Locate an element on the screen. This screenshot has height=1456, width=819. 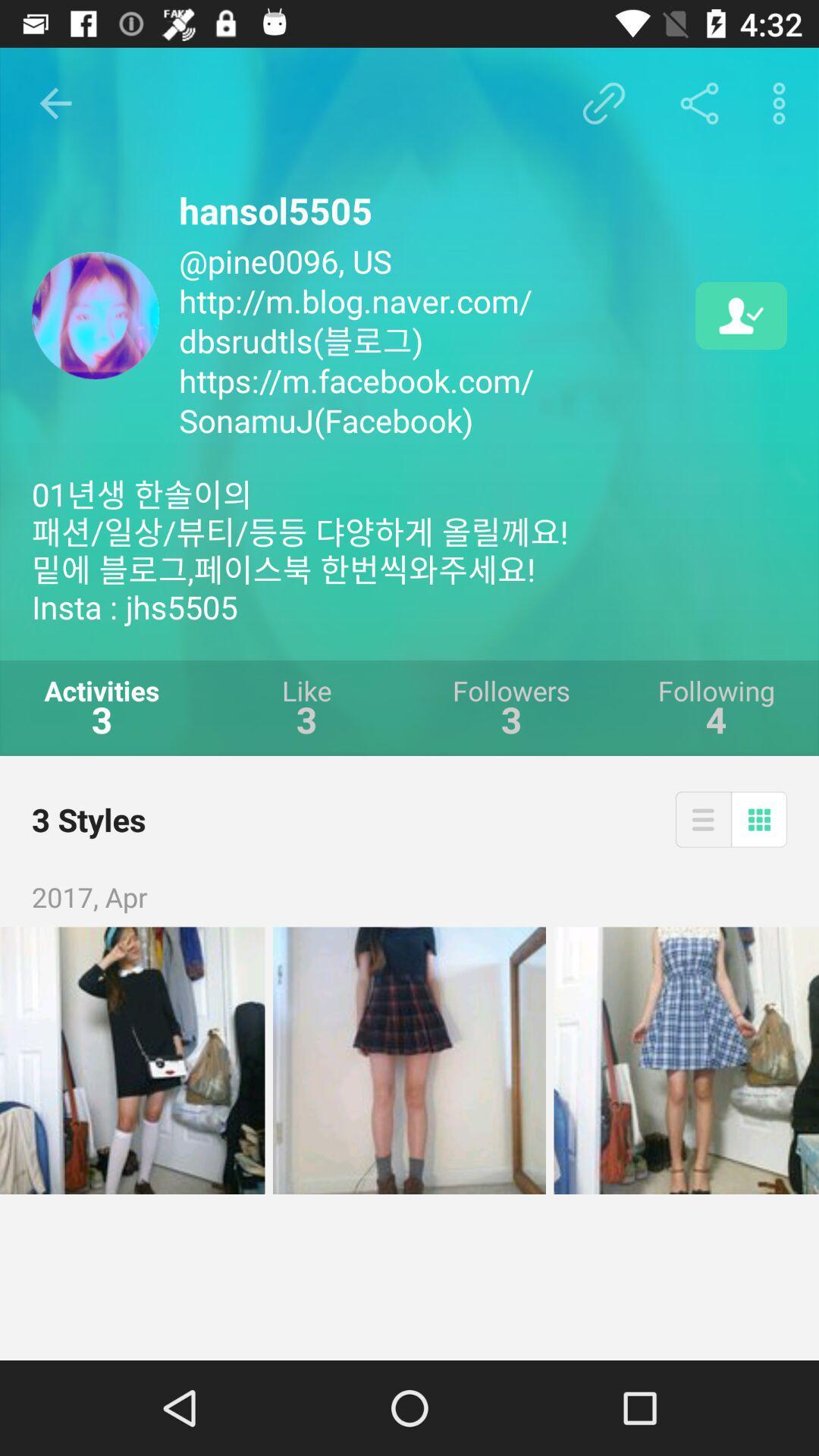
the icon above 2017, apr item is located at coordinates (759, 818).